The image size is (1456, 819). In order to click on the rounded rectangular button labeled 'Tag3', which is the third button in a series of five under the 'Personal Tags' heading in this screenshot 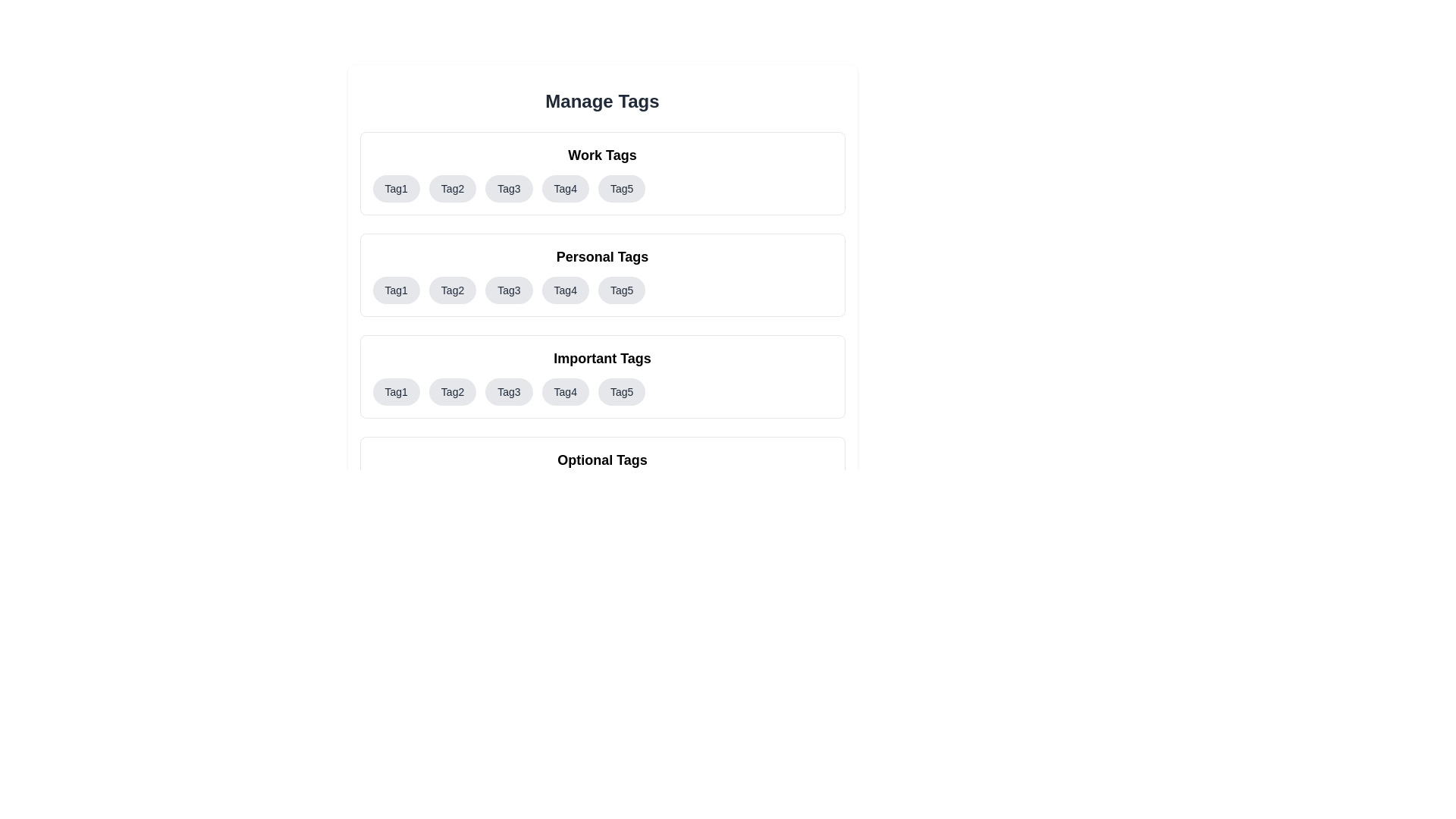, I will do `click(509, 290)`.